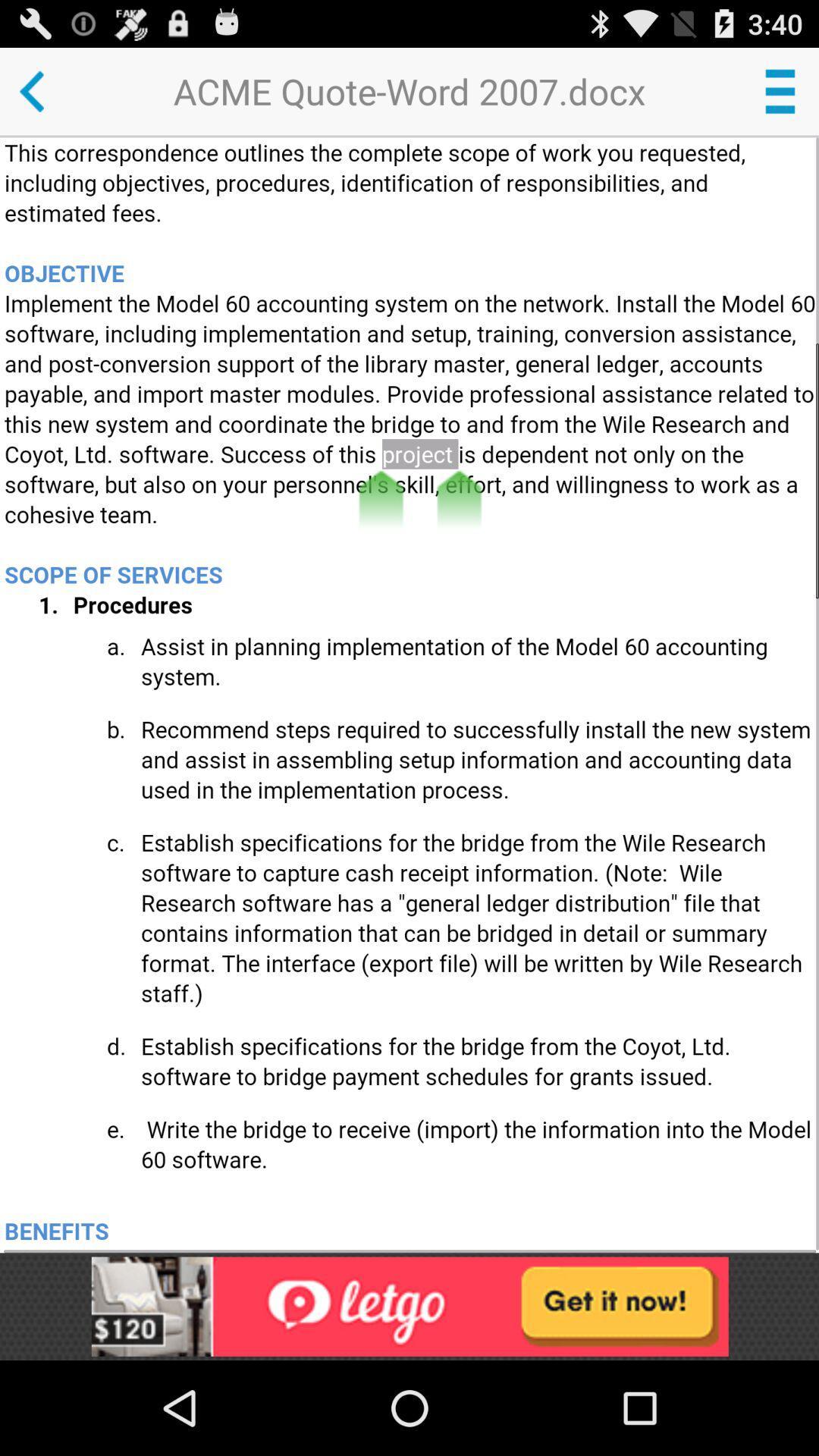 The width and height of the screenshot is (819, 1456). Describe the element at coordinates (780, 90) in the screenshot. I see `open navigation menu` at that location.